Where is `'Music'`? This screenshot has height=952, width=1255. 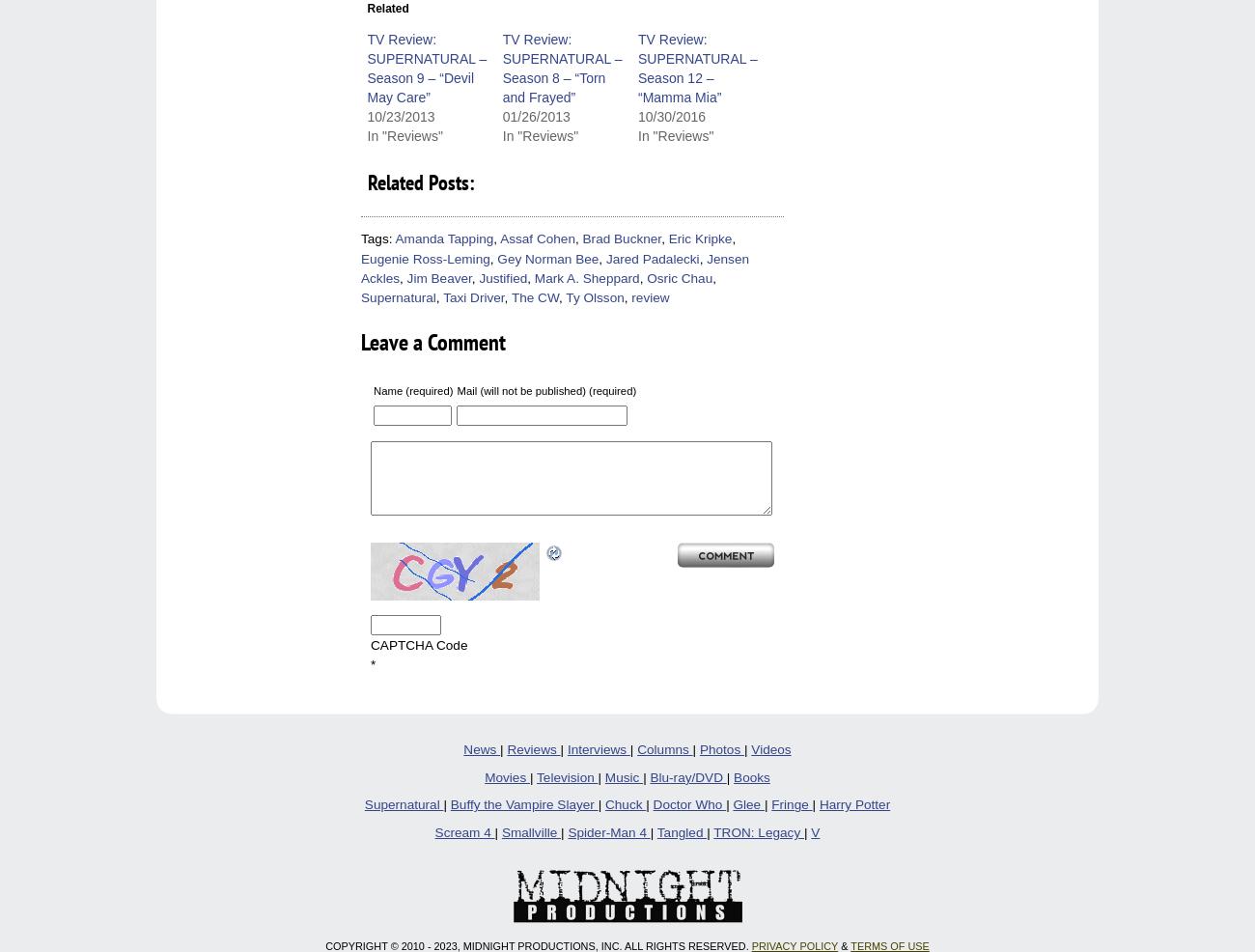 'Music' is located at coordinates (603, 776).